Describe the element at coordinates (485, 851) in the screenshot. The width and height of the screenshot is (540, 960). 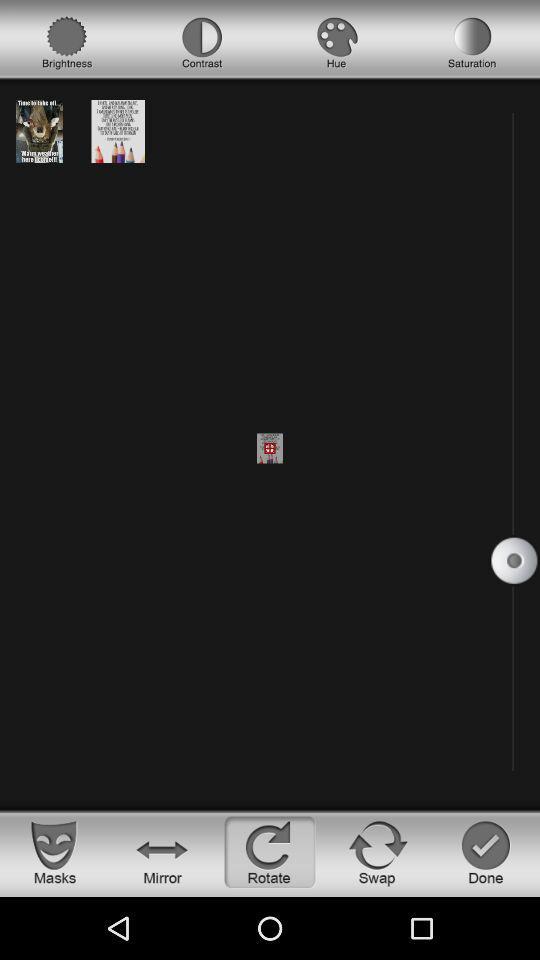
I see `the check icon` at that location.